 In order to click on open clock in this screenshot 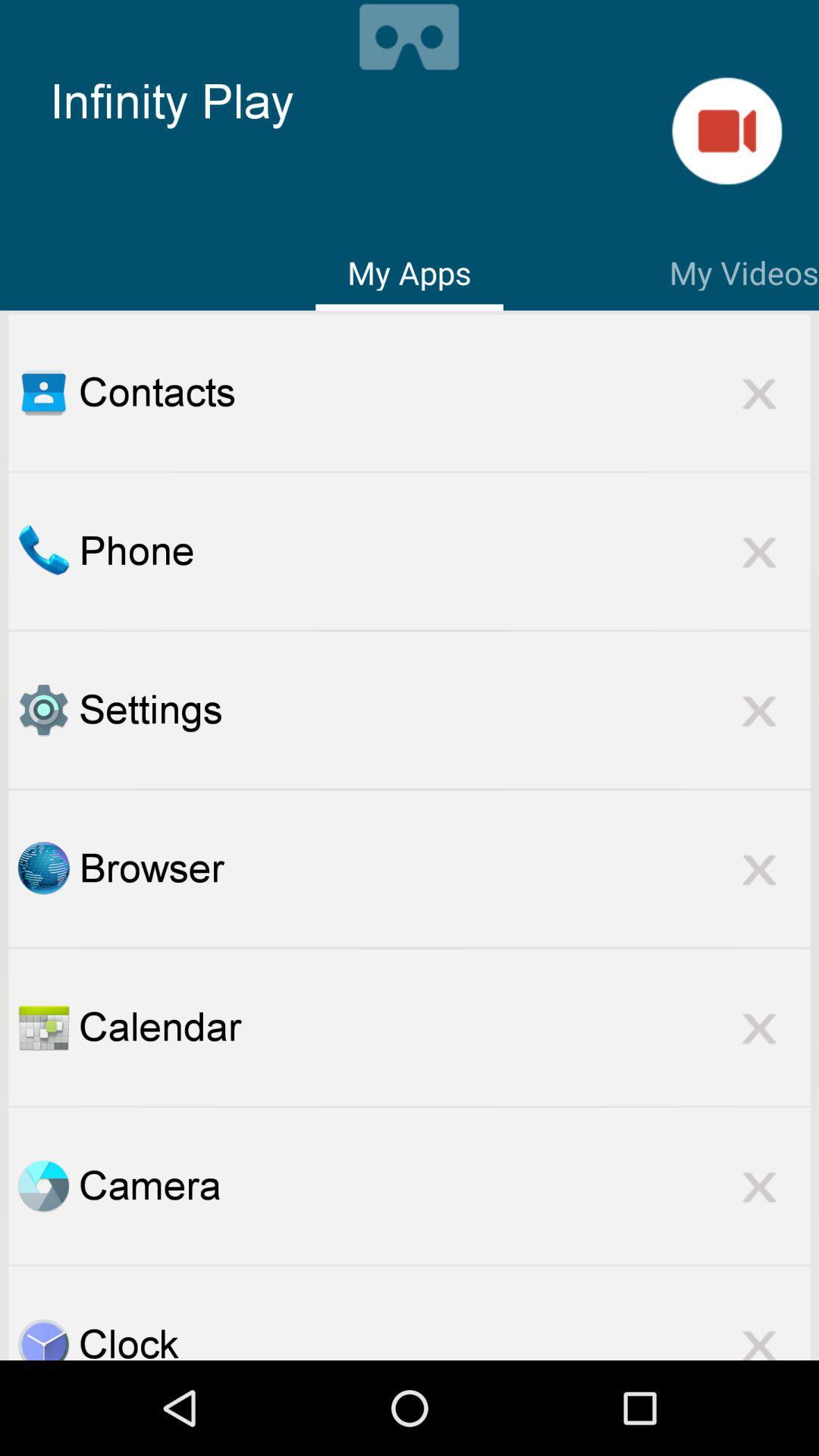, I will do `click(42, 1338)`.